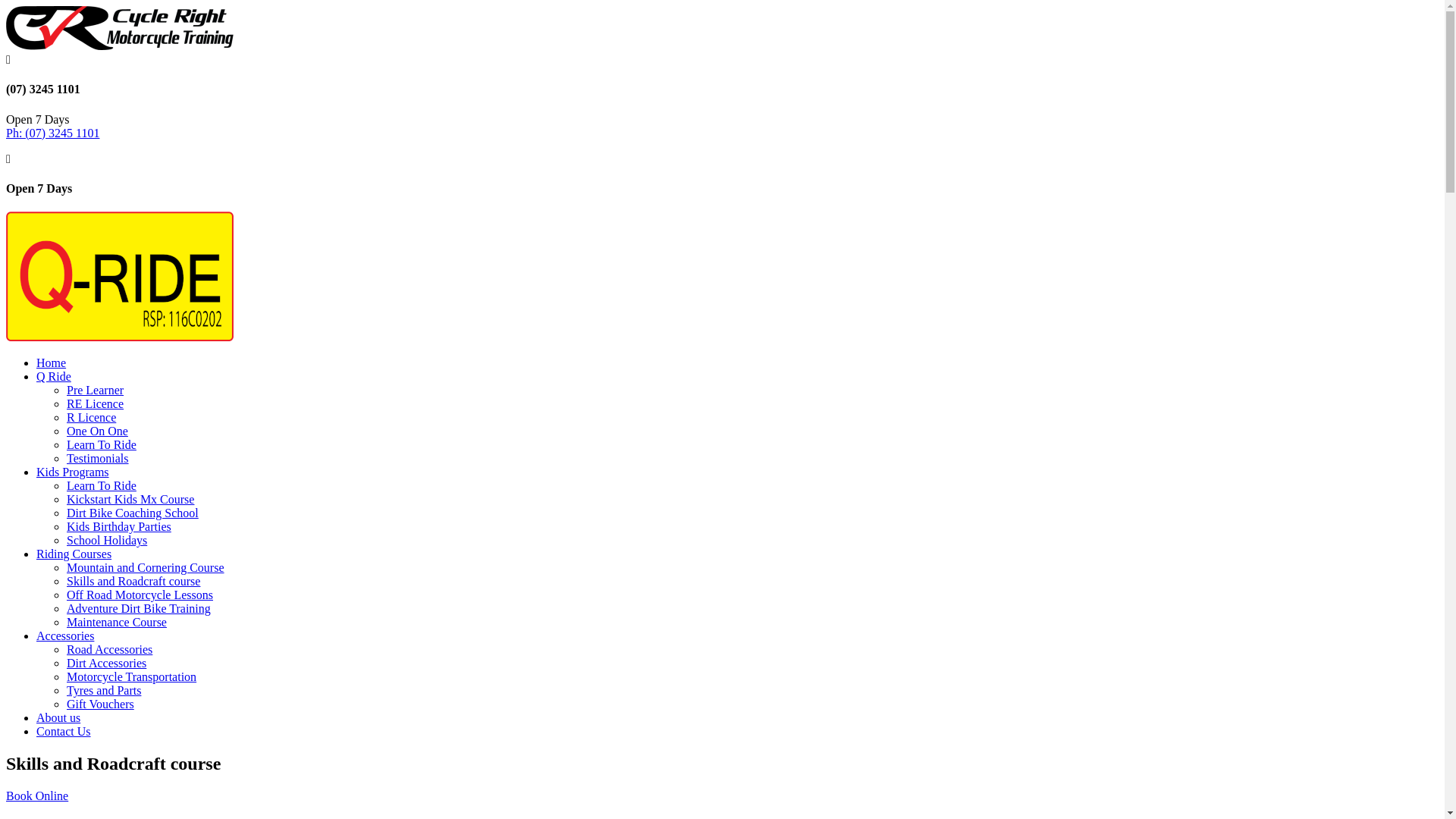  Describe the element at coordinates (101, 485) in the screenshot. I see `'Learn To Ride'` at that location.